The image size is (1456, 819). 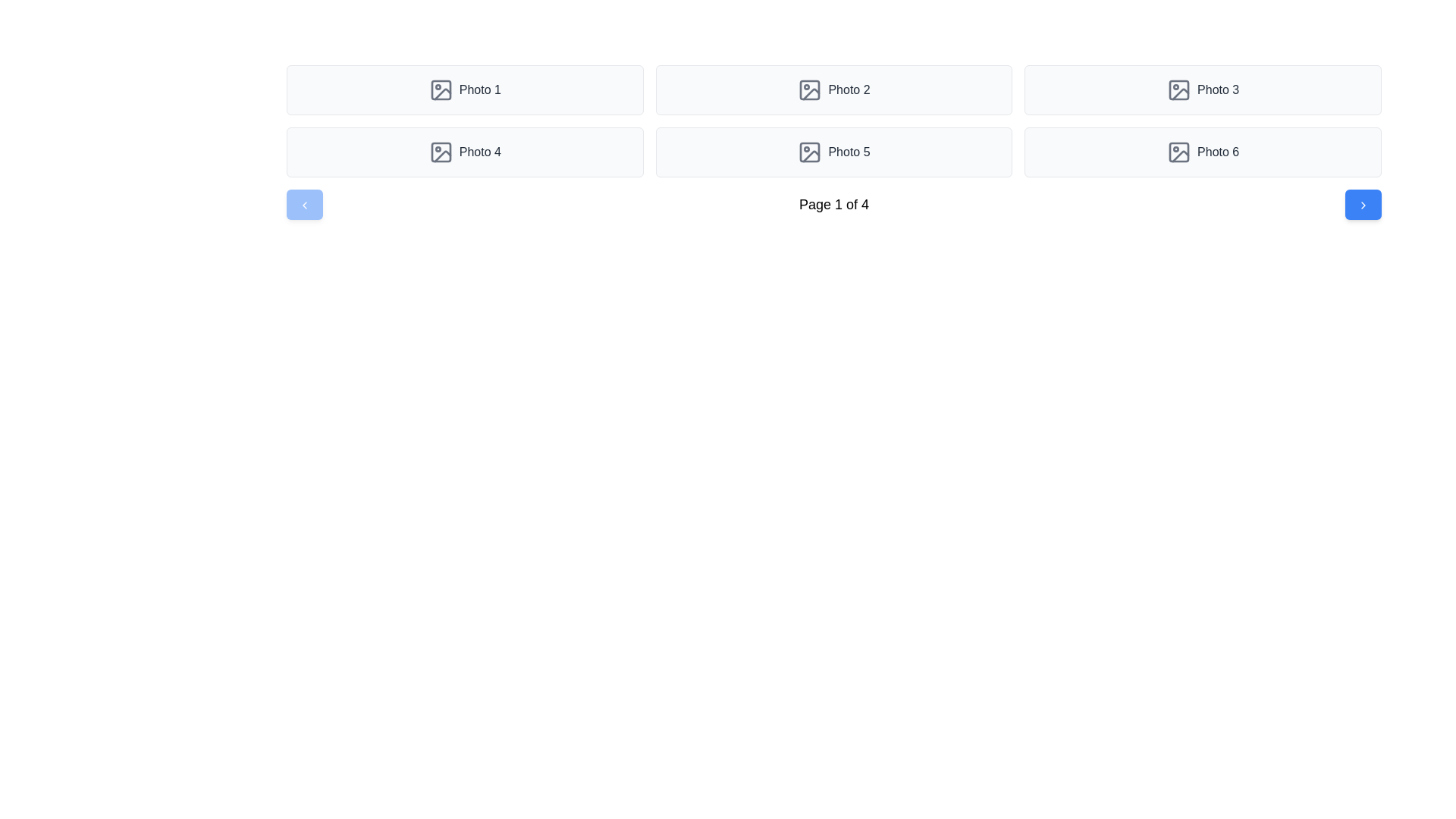 I want to click on the 'Photo 6' text label, which is styled in gray and located next to an image icon within a button-like structure, so click(x=1218, y=152).